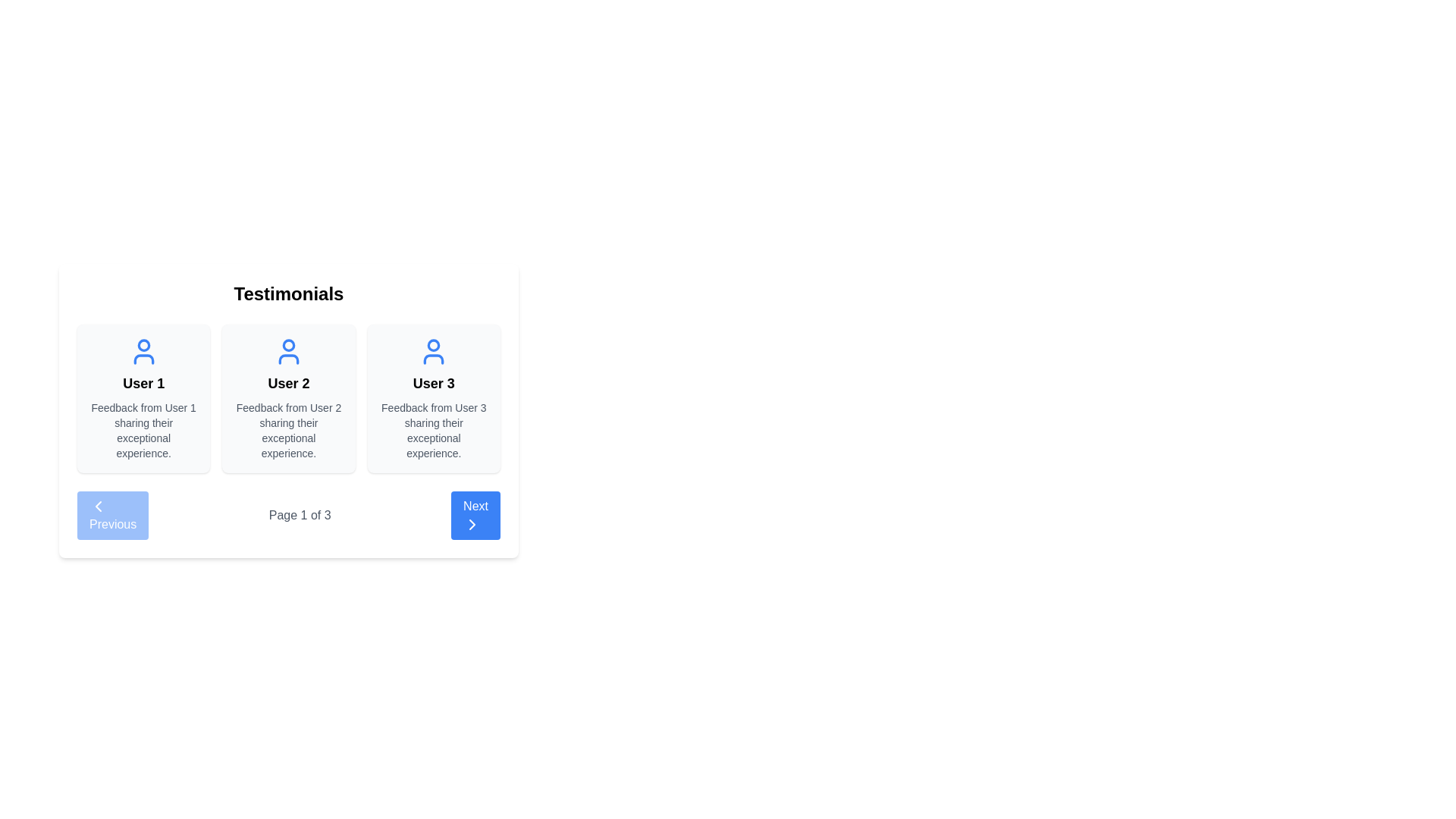 Image resolution: width=1456 pixels, height=819 pixels. I want to click on the SVG Circle representing the user avatar in the second testimonial user card located under the heading 'Testimonials', so click(288, 345).